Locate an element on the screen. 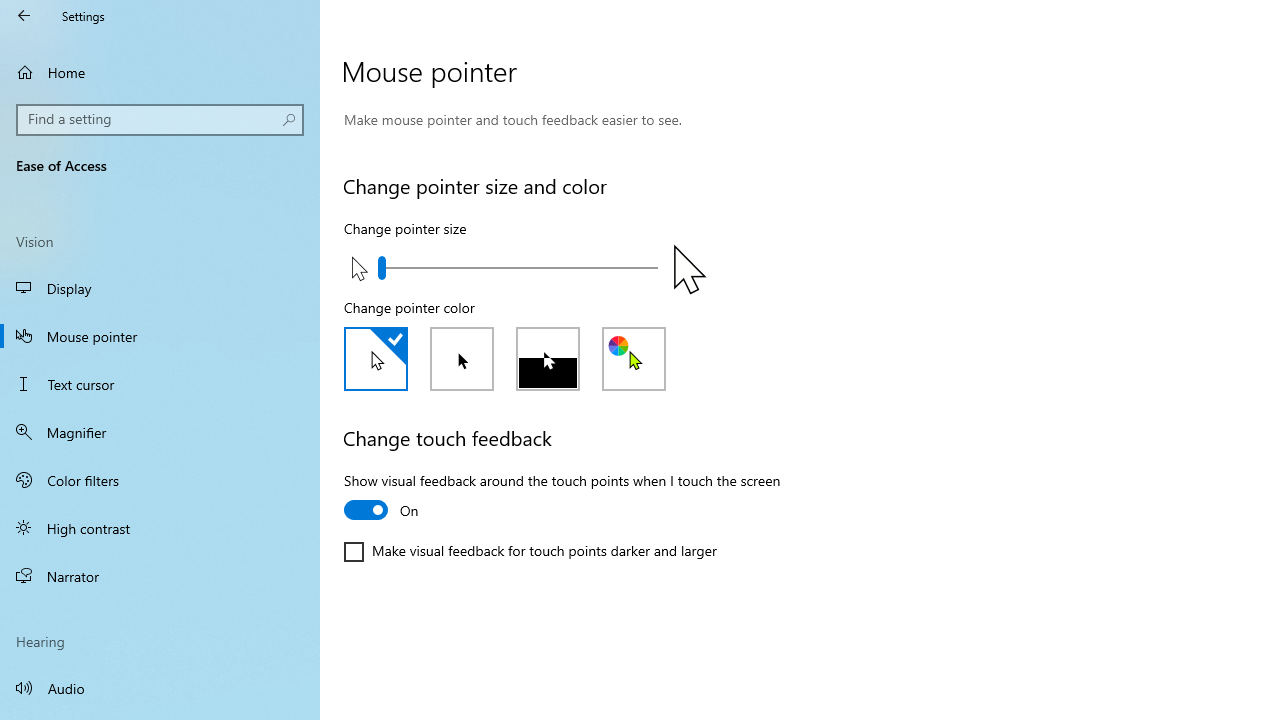  'Make visual feedback for touch points darker and larger' is located at coordinates (530, 551).